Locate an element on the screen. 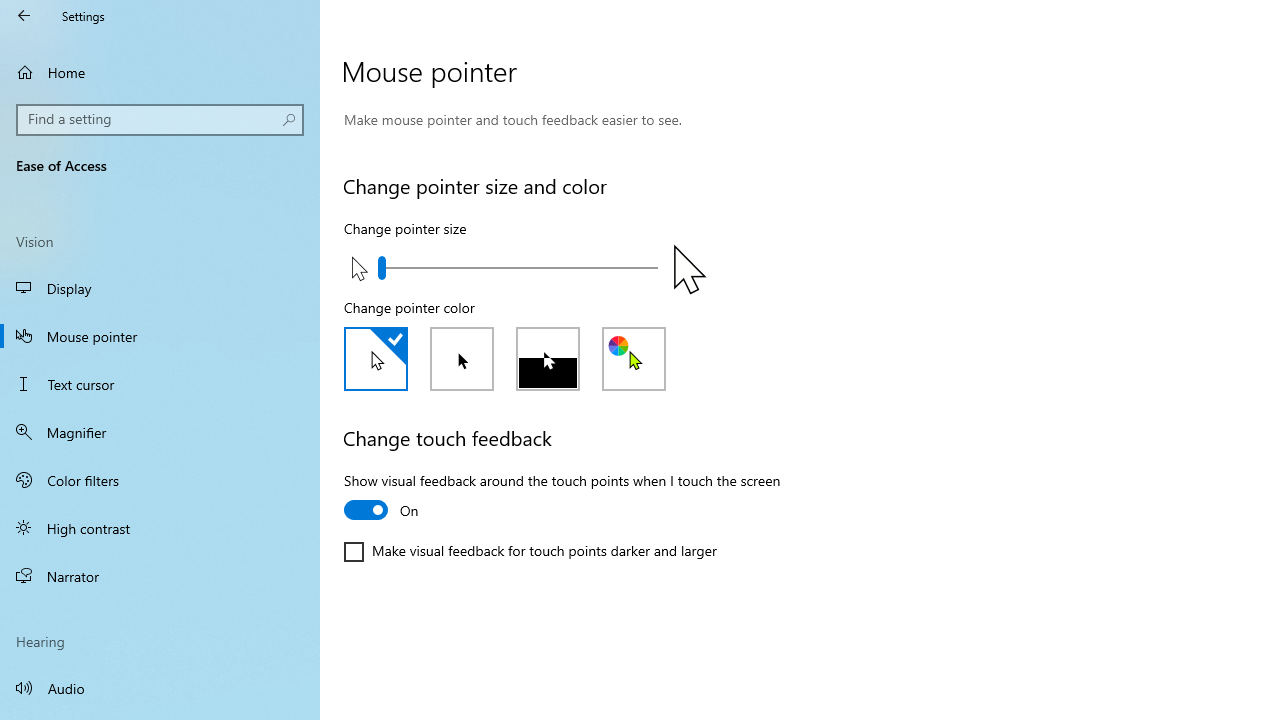  'Make visual feedback for touch points darker and larger' is located at coordinates (530, 551).